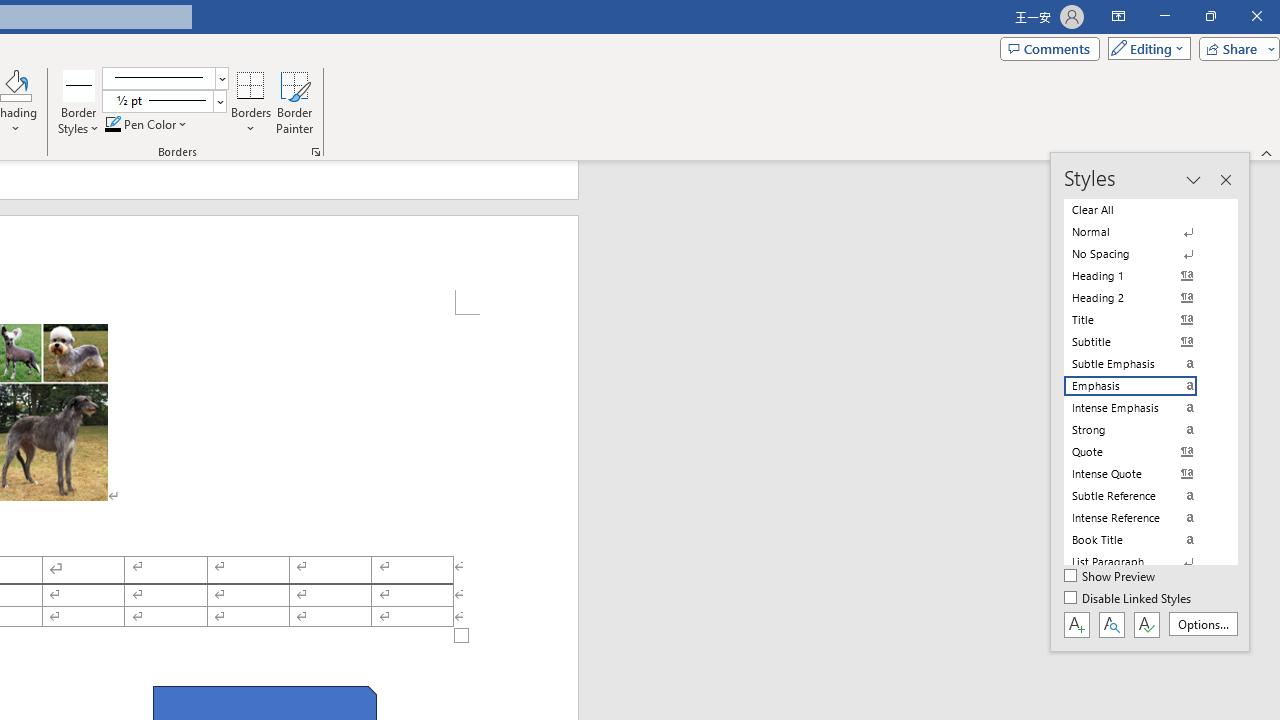 This screenshot has width=1280, height=720. I want to click on 'Book Title', so click(1142, 540).